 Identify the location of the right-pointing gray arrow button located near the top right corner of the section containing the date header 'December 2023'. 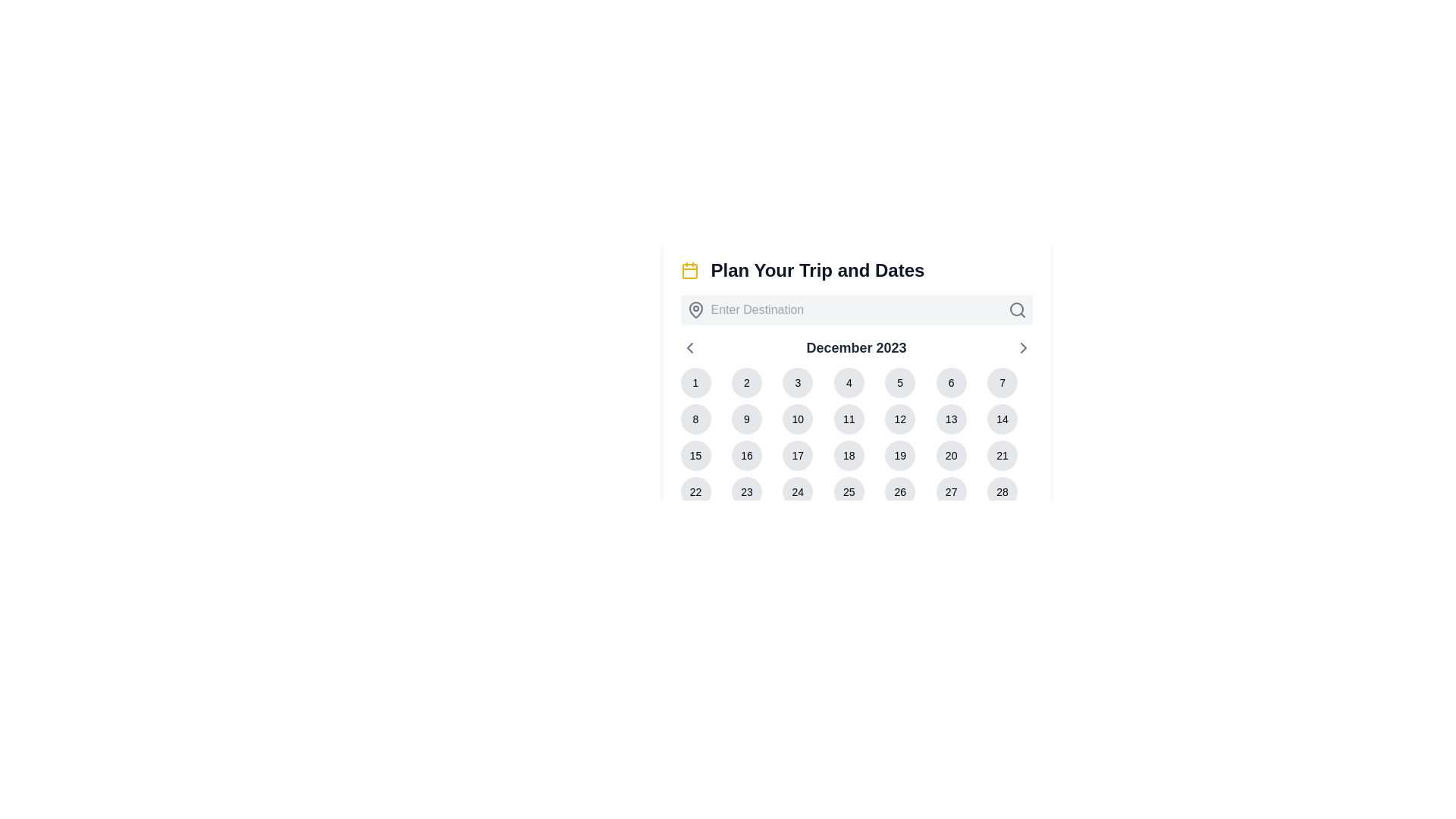
(1023, 348).